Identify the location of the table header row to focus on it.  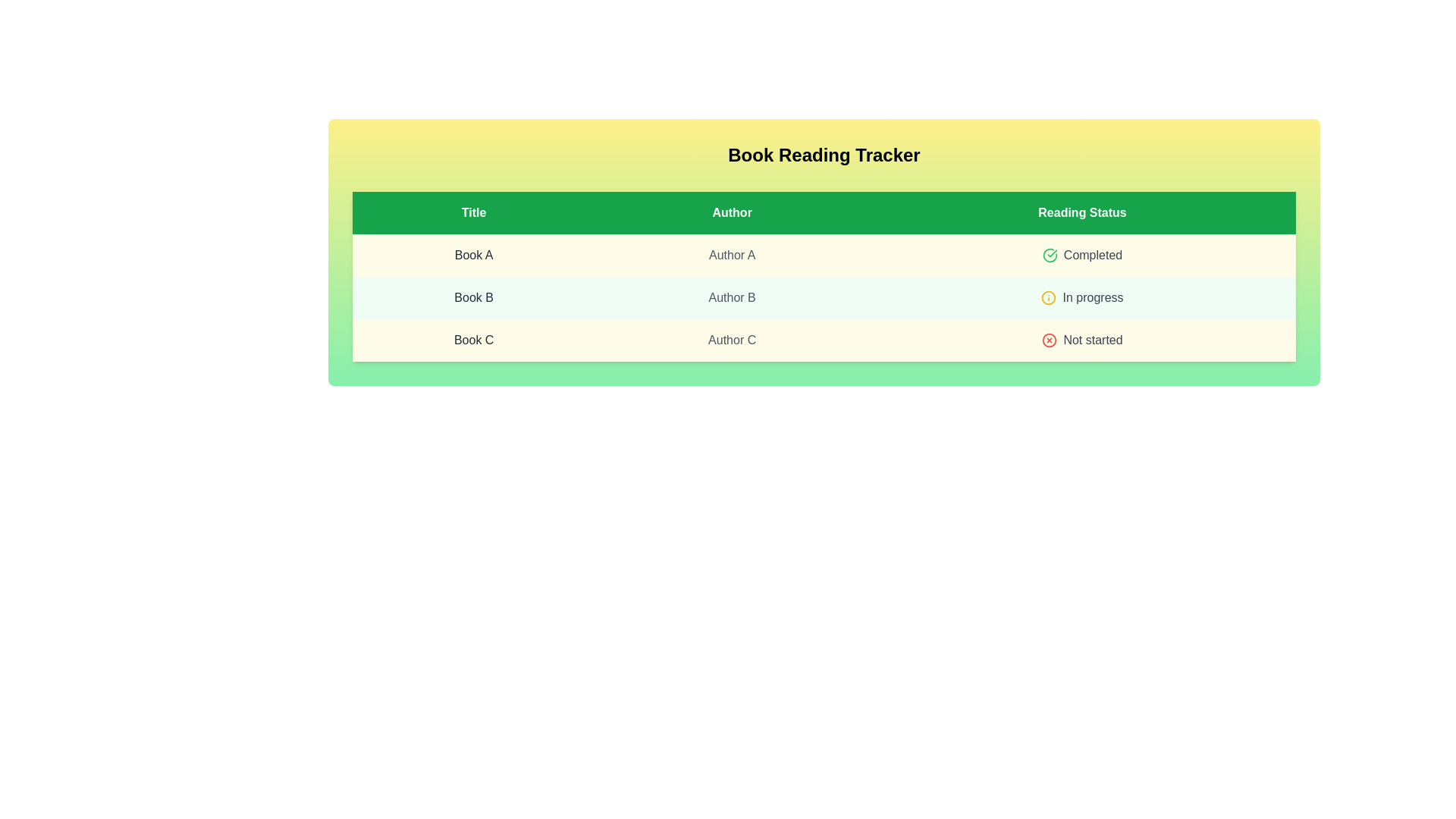
(823, 213).